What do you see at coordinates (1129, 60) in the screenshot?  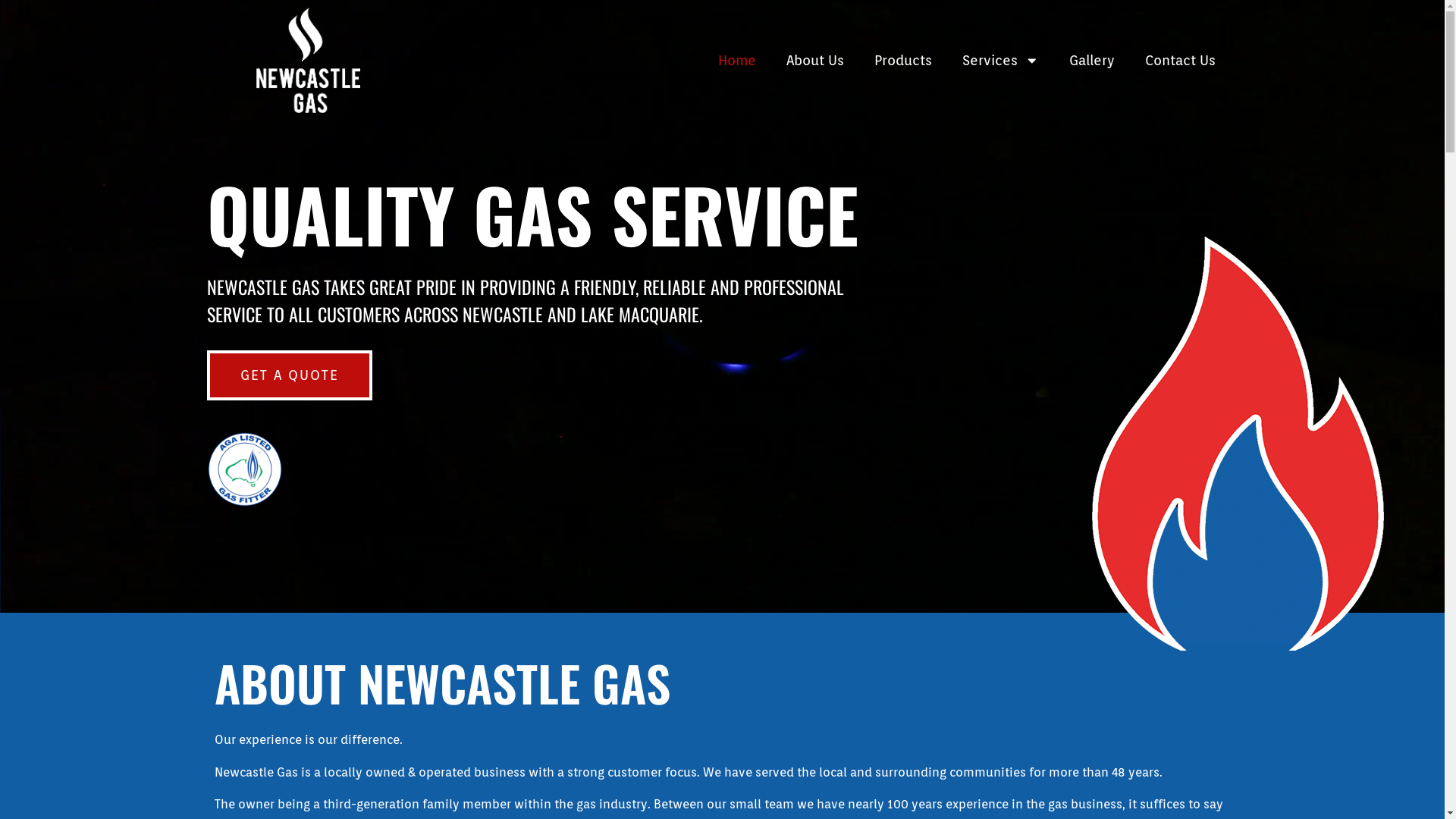 I see `'Contact Us'` at bounding box center [1129, 60].